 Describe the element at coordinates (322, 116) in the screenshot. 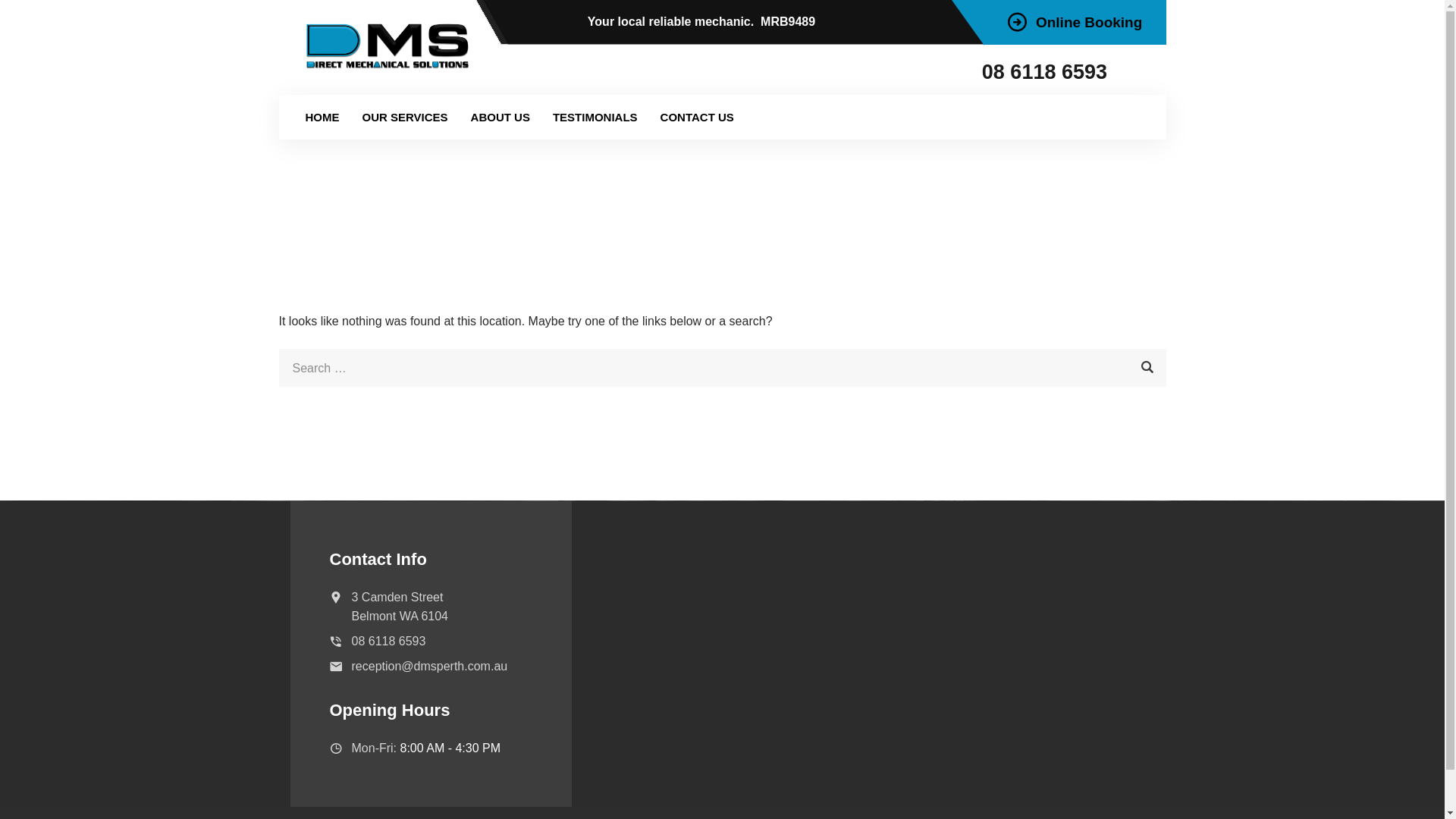

I see `'HOME'` at that location.